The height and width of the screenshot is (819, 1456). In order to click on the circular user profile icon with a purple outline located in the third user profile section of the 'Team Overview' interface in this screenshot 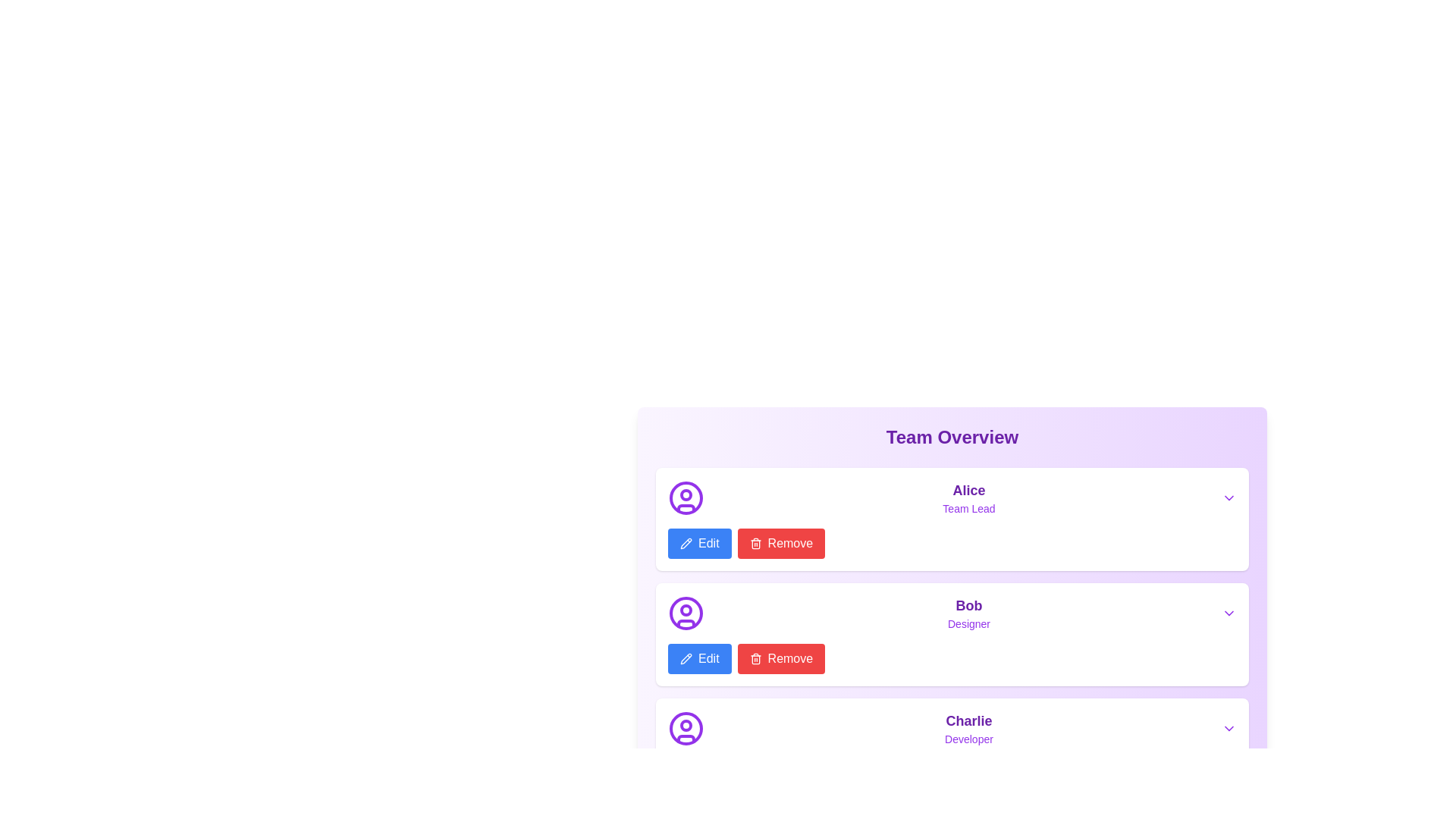, I will do `click(686, 727)`.